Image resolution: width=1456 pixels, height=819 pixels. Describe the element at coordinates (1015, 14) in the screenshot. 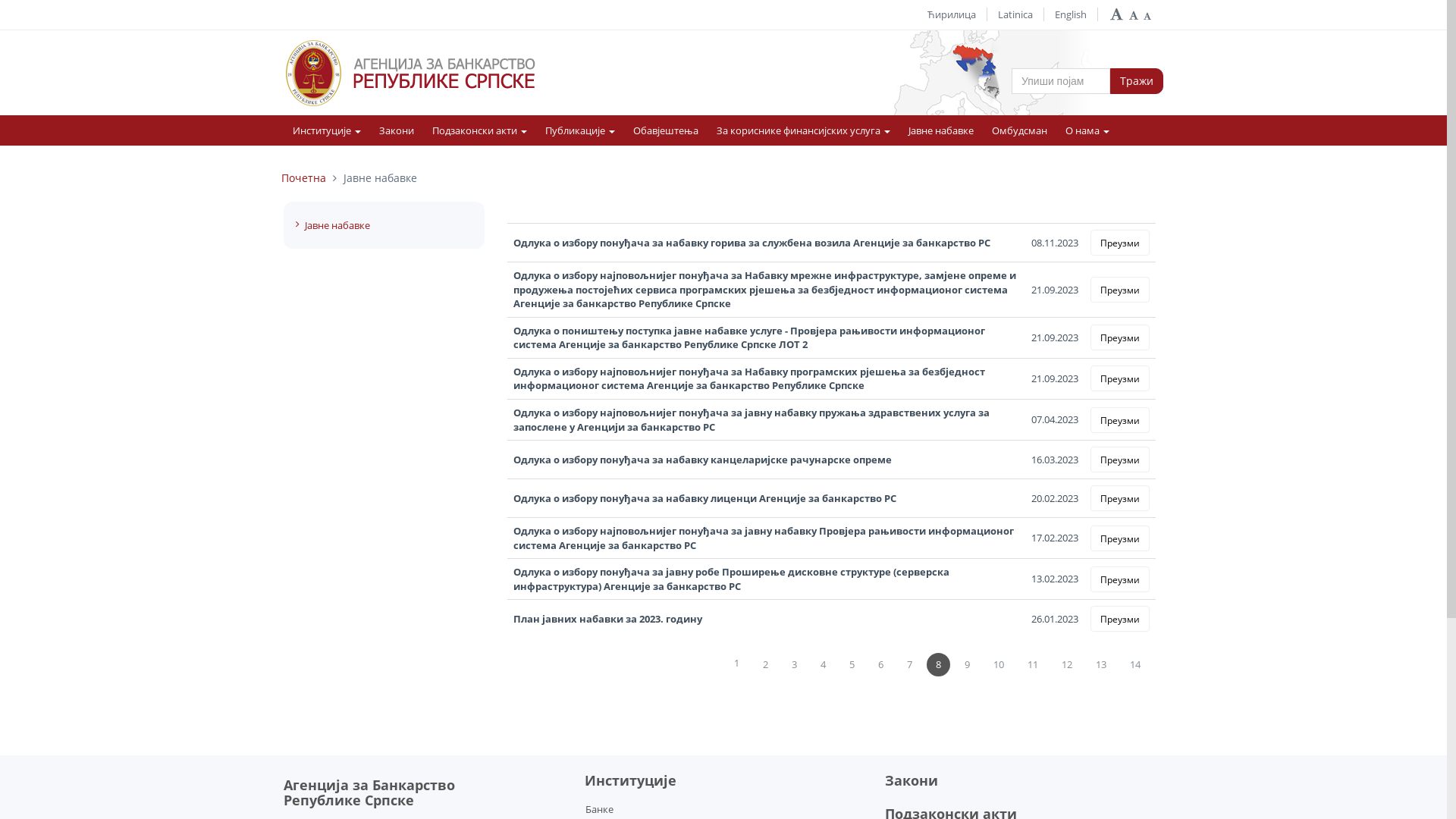

I see `'Latinica'` at that location.